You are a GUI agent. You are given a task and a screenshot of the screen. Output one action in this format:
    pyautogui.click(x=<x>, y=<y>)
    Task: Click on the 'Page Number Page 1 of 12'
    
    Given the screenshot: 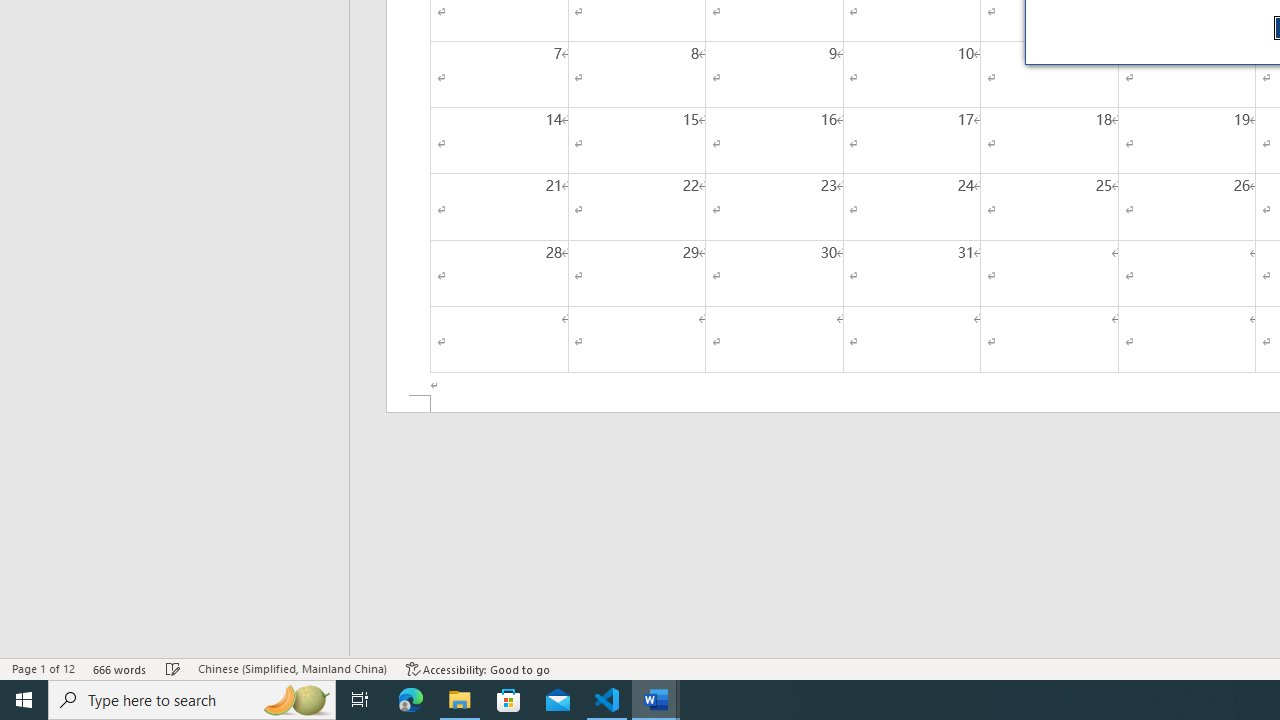 What is the action you would take?
    pyautogui.click(x=43, y=669)
    